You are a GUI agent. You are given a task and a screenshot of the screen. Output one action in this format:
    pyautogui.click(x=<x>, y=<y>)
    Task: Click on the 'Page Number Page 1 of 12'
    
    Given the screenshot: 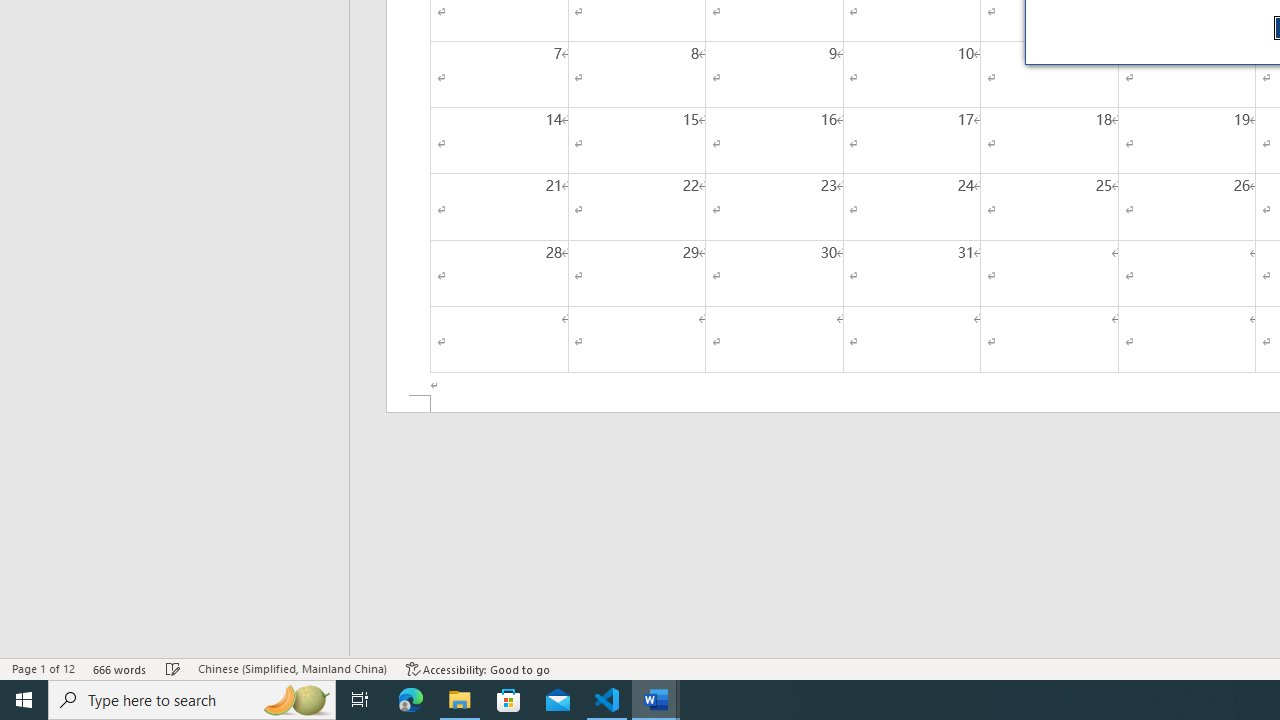 What is the action you would take?
    pyautogui.click(x=43, y=669)
    